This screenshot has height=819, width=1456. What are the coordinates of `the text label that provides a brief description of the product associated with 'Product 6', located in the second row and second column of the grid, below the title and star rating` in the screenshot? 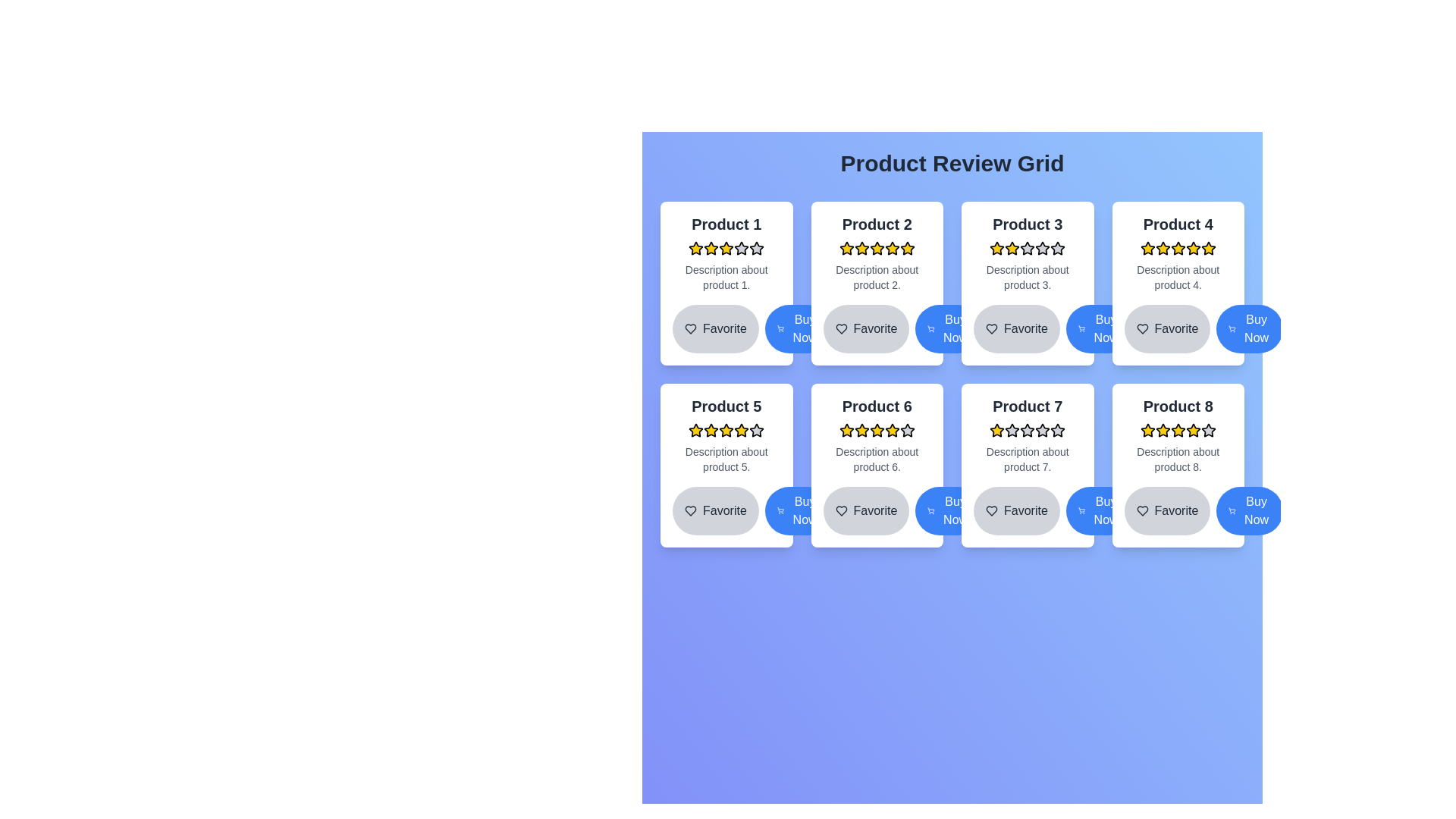 It's located at (877, 458).